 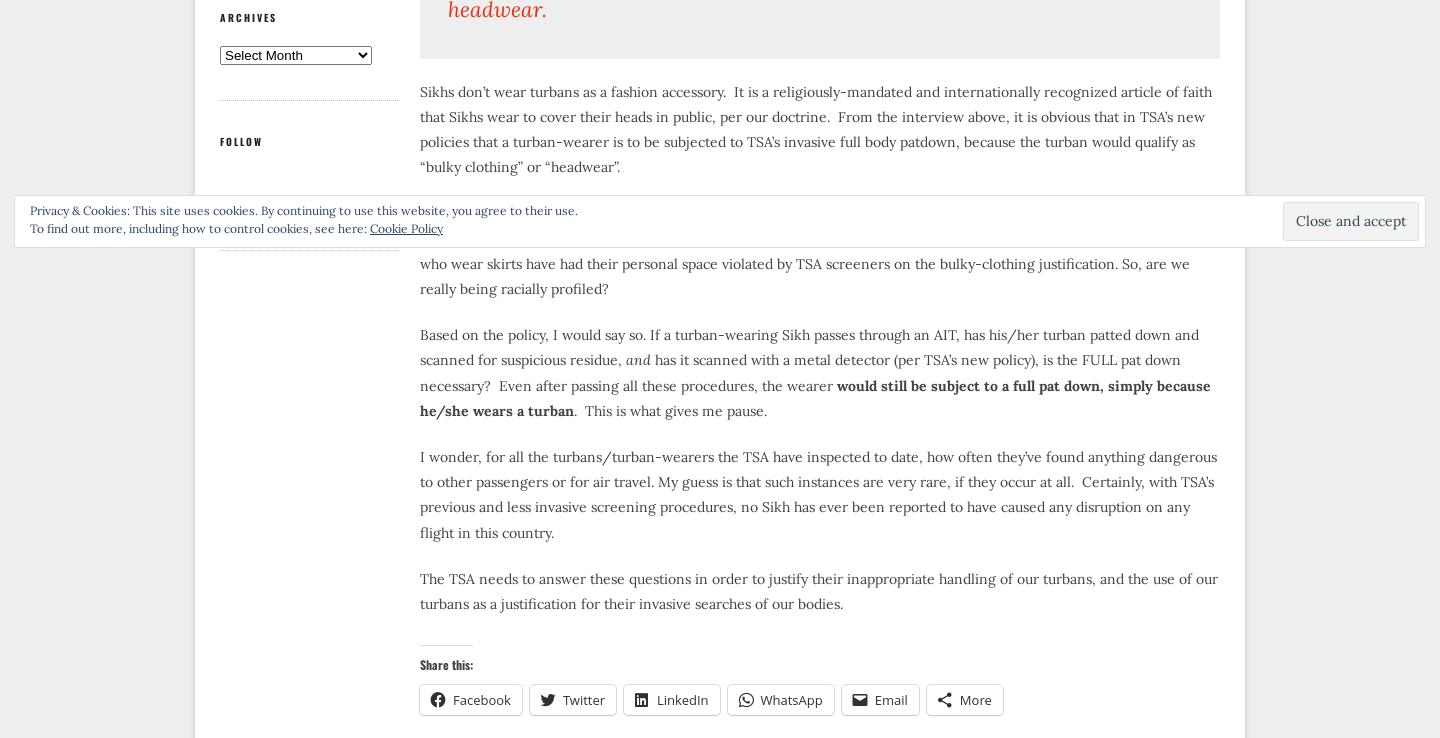 What do you see at coordinates (240, 140) in the screenshot?
I see `'Follow'` at bounding box center [240, 140].